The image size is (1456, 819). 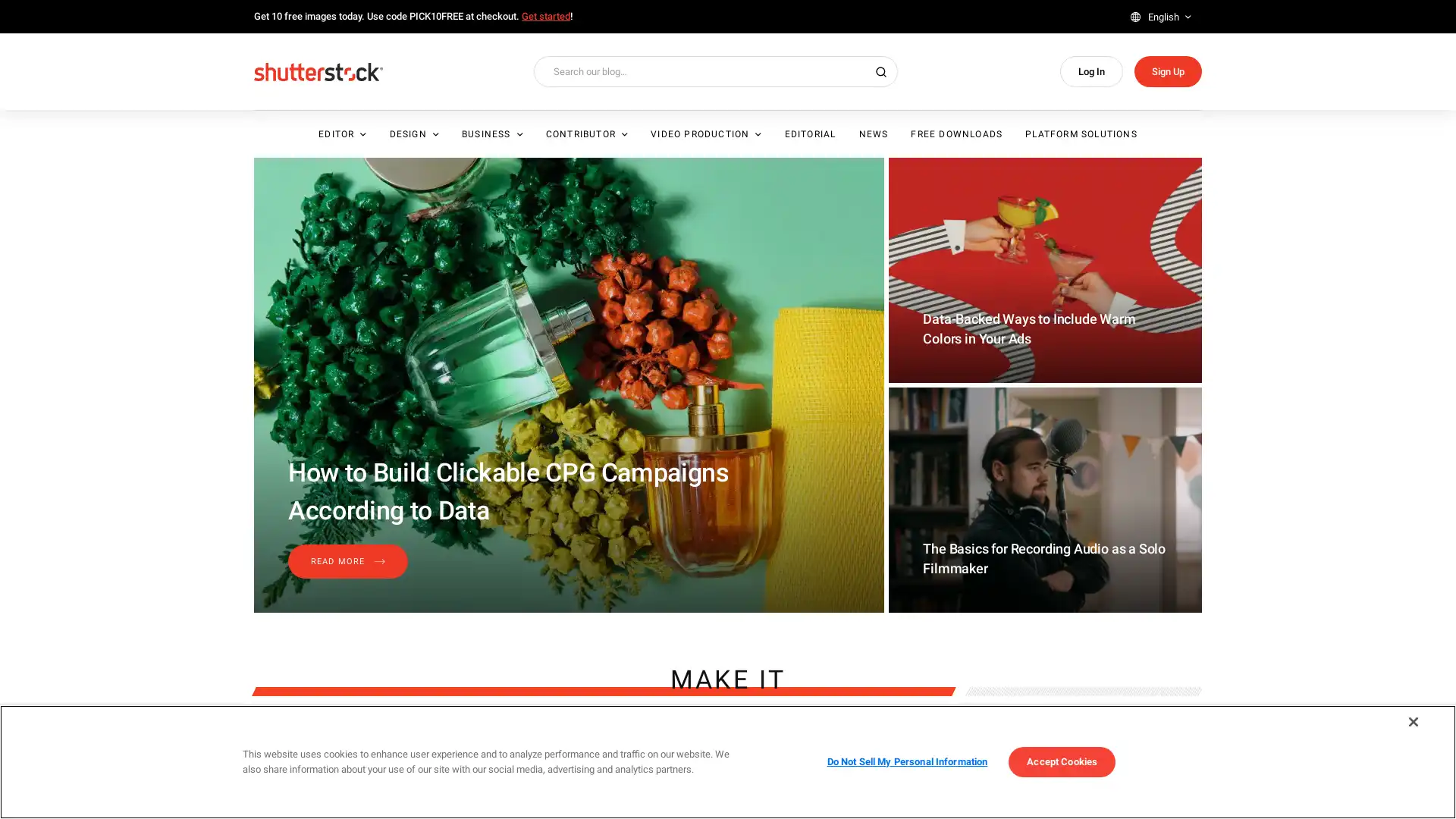 I want to click on Search, so click(x=880, y=71).